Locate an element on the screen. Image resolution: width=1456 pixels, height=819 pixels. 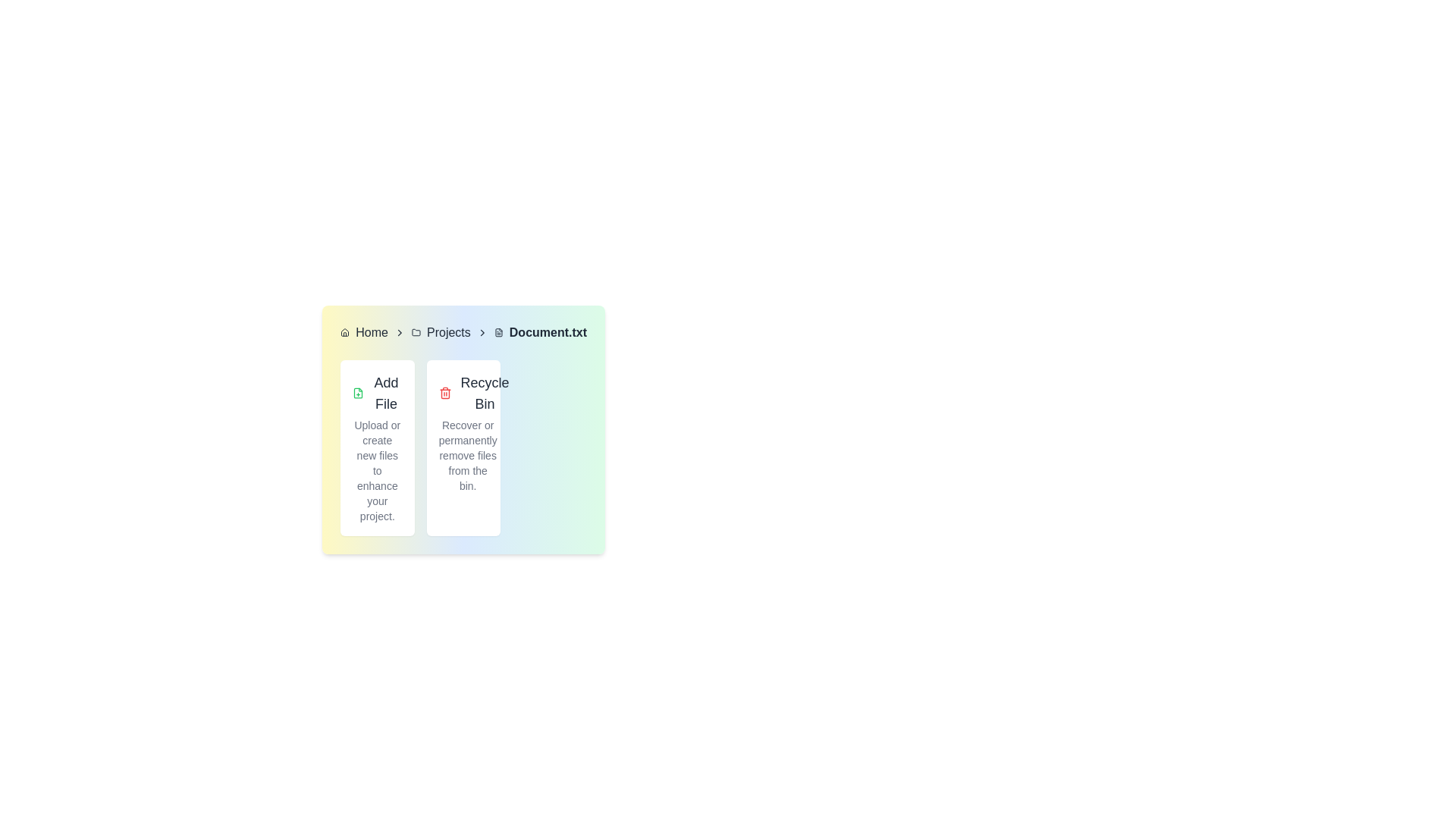
the 'Projects' hyperlink in the breadcrumb navigation bar is located at coordinates (447, 332).